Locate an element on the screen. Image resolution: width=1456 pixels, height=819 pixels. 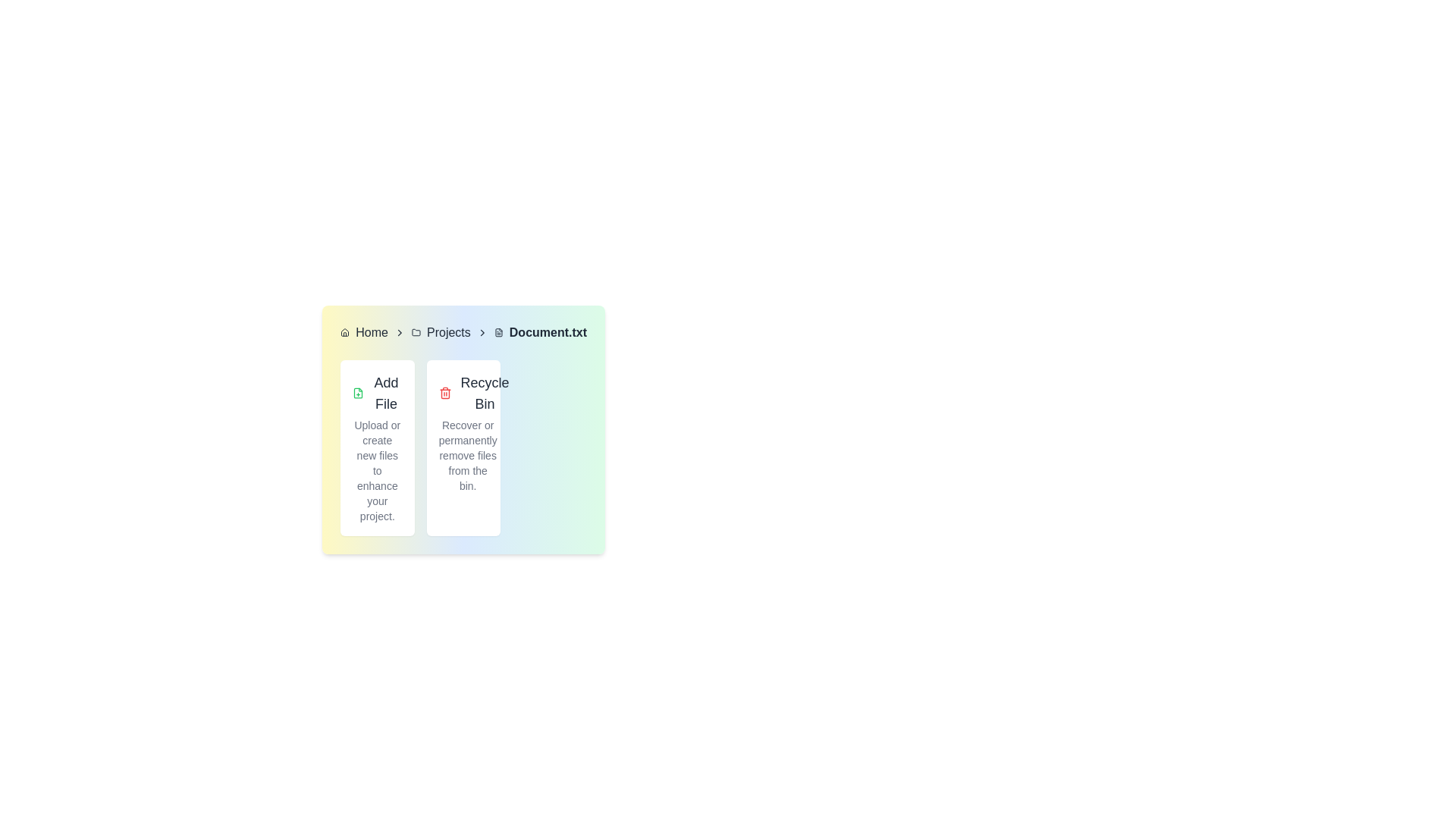
the 'Projects' hyperlink in the breadcrumb navigation bar is located at coordinates (447, 332).